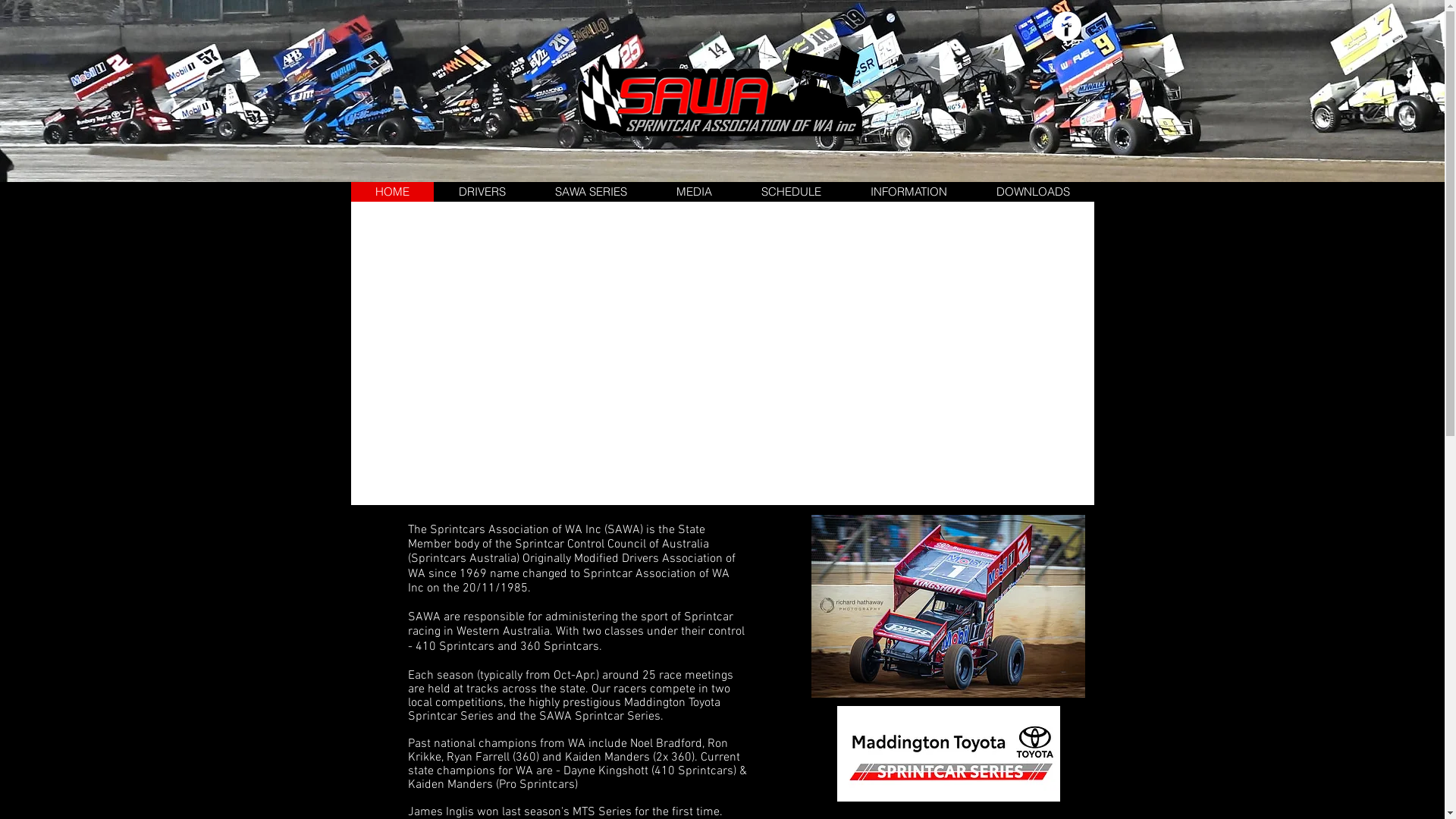 The image size is (1456, 819). I want to click on 'SAWA SERIES', so click(588, 191).